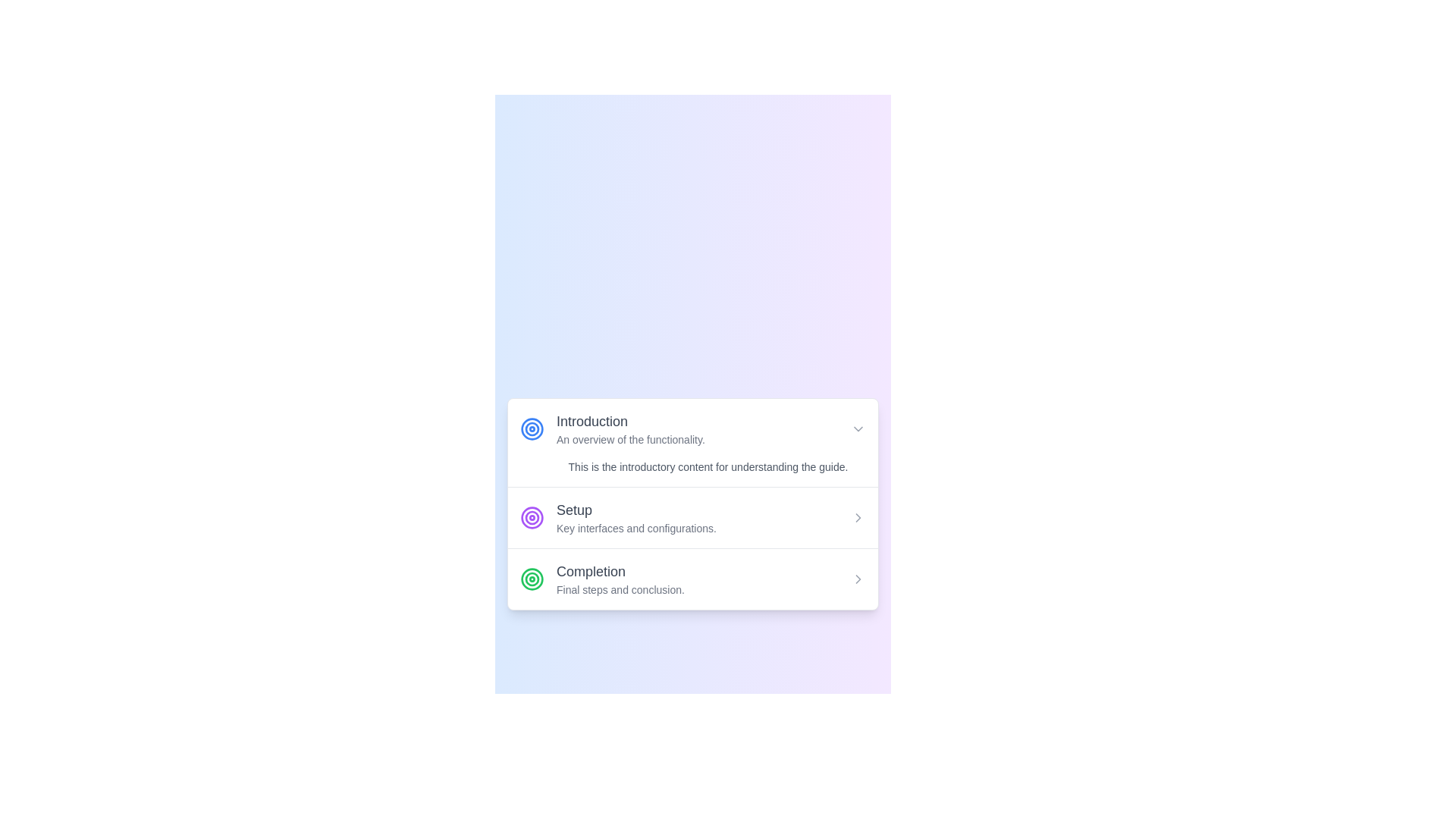  Describe the element at coordinates (636, 528) in the screenshot. I see `text label displaying 'Key interfaces and configurations.' which is located directly under the 'Setup' heading and is visually styled in gray color` at that location.